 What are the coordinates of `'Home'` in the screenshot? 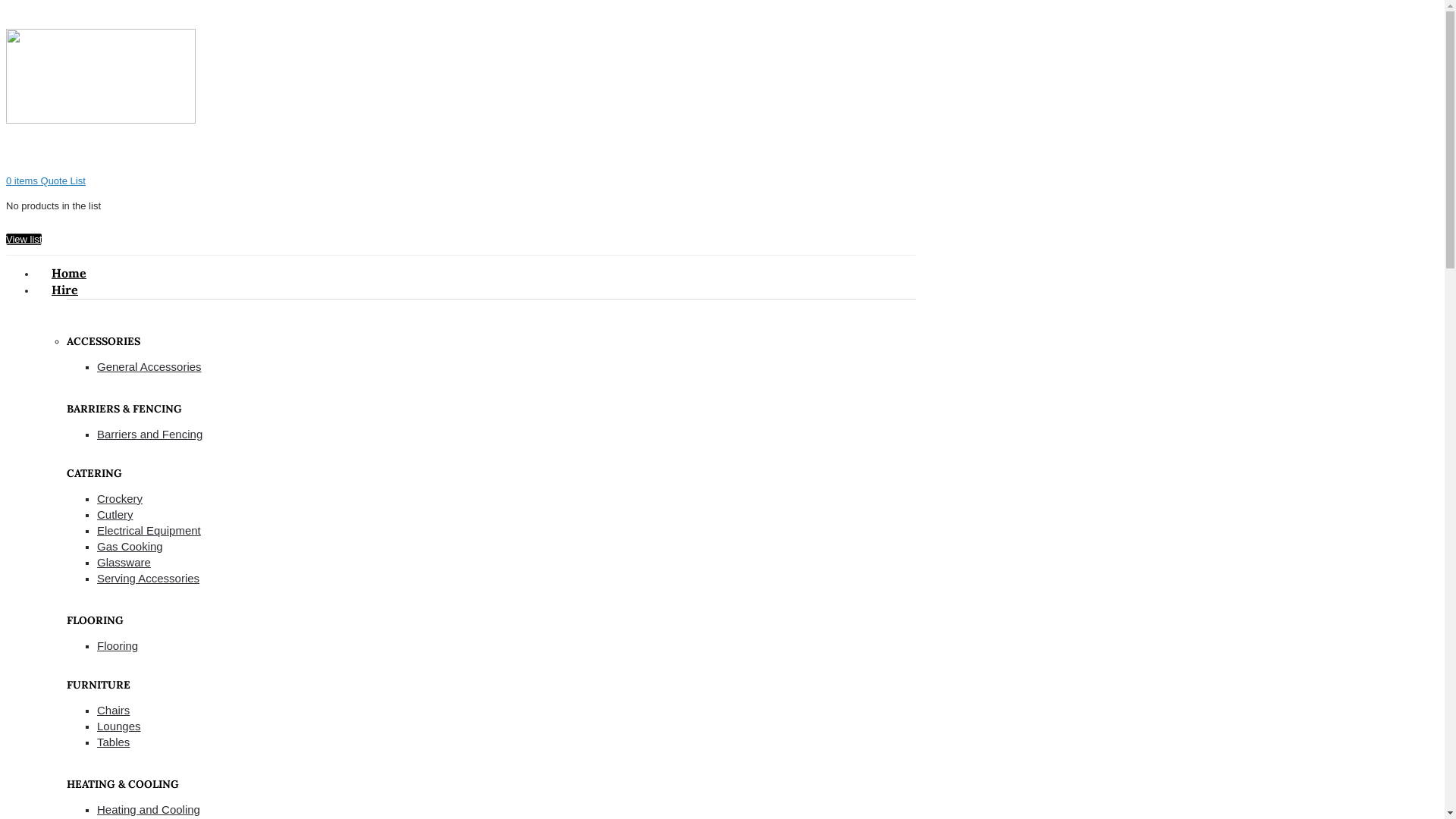 It's located at (68, 271).